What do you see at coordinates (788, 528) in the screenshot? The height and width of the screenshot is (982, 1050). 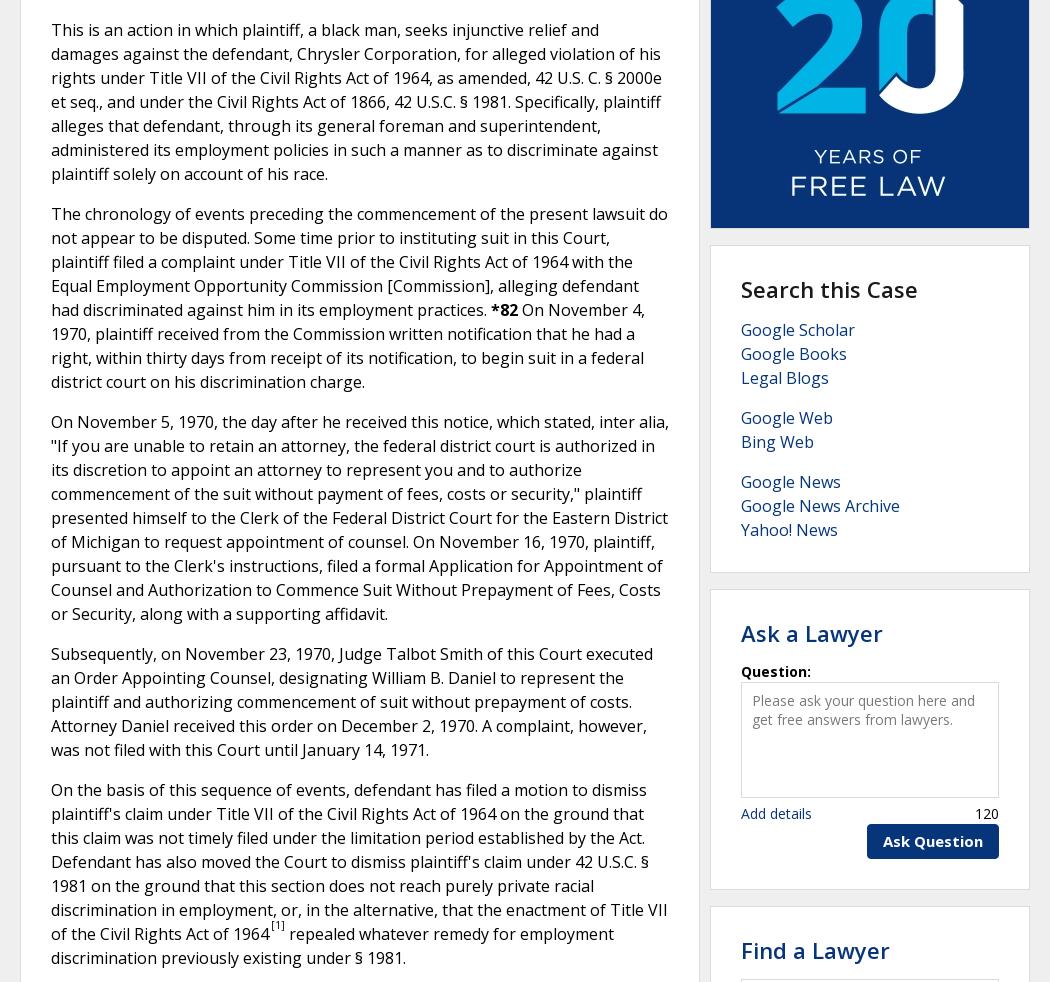 I see `'Yahoo! News'` at bounding box center [788, 528].